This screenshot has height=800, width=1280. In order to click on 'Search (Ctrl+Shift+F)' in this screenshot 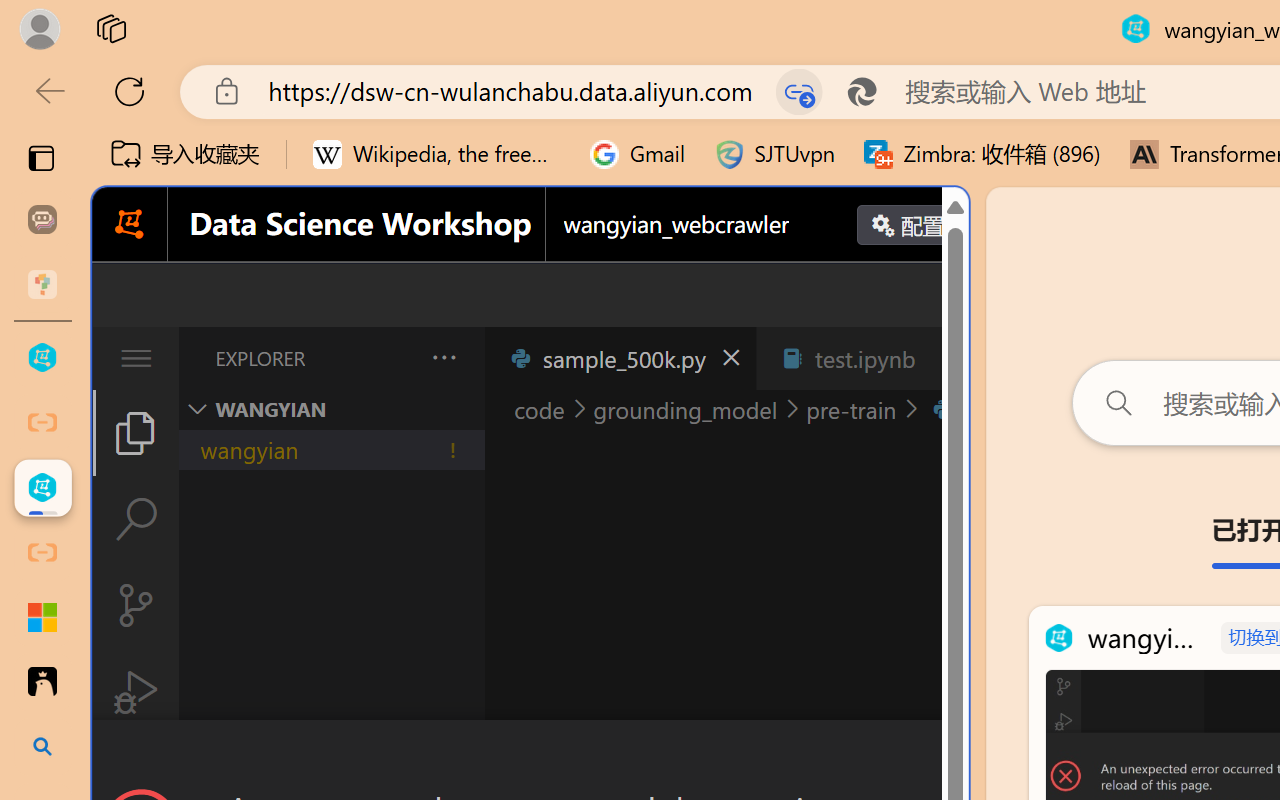, I will do `click(134, 518)`.